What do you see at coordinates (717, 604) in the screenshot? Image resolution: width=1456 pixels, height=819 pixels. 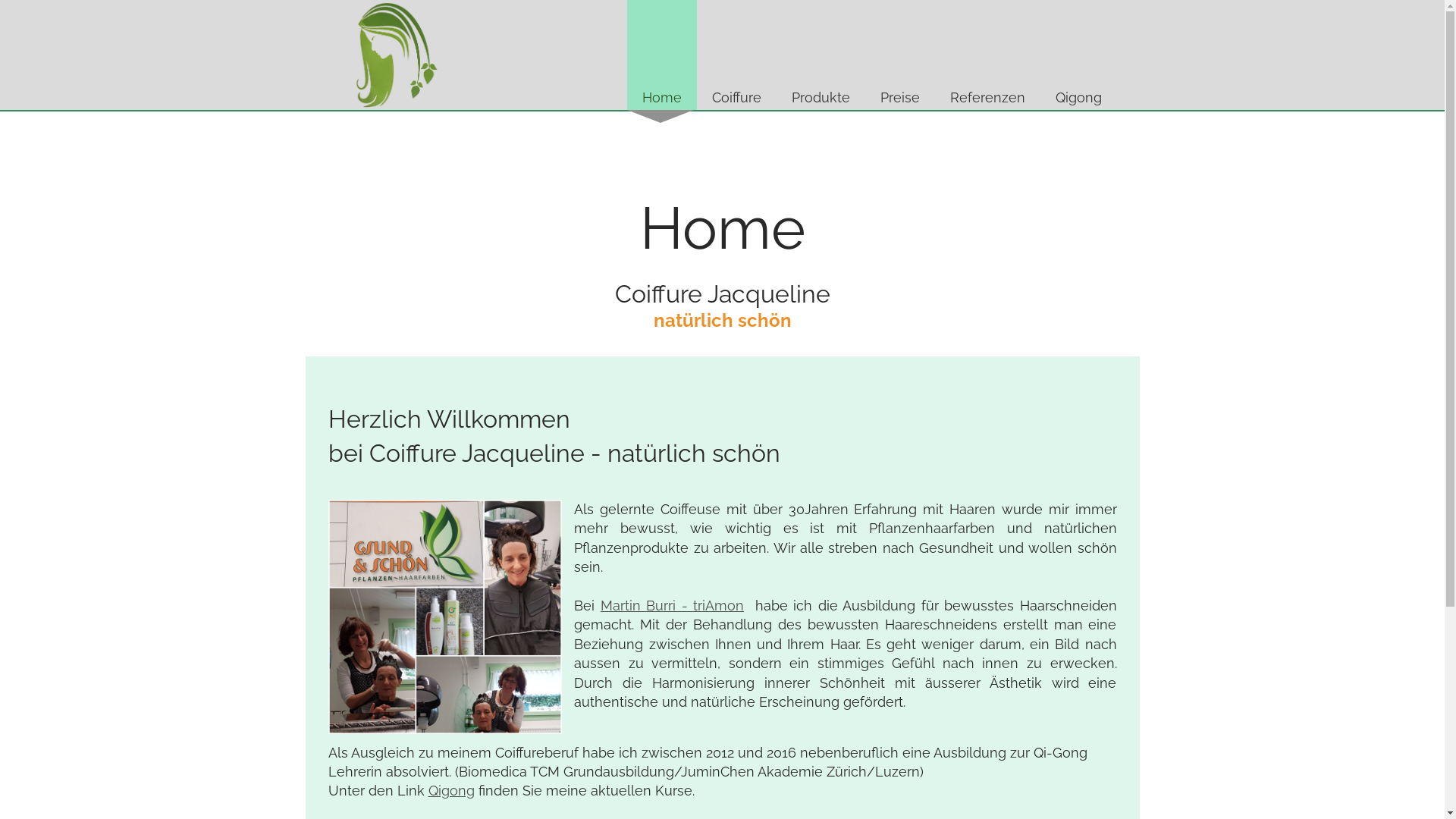 I see `'triAmon'` at bounding box center [717, 604].